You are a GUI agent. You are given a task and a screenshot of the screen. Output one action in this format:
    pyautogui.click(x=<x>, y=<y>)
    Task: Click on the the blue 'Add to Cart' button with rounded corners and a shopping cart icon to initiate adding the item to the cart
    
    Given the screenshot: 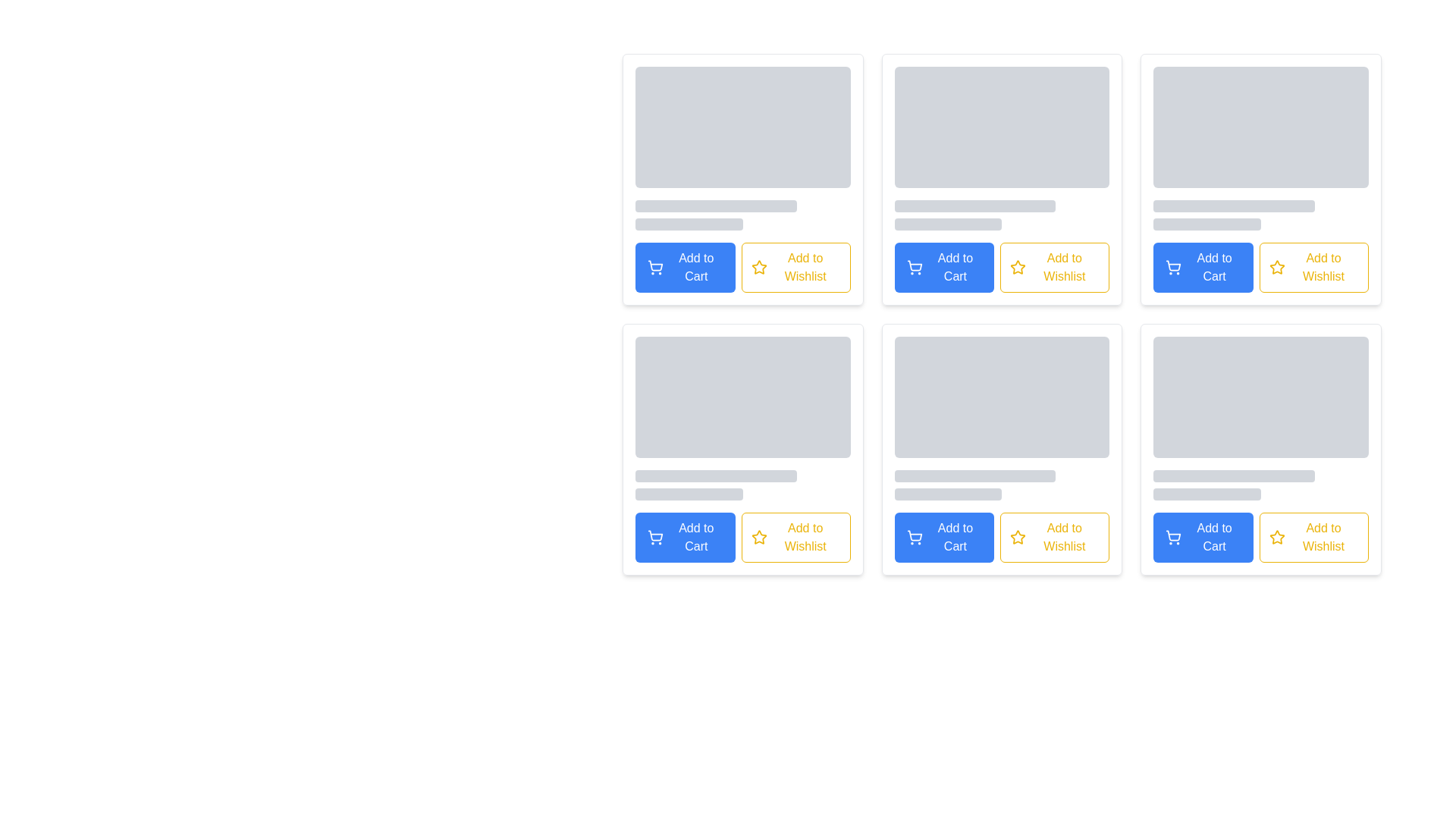 What is the action you would take?
    pyautogui.click(x=1203, y=537)
    